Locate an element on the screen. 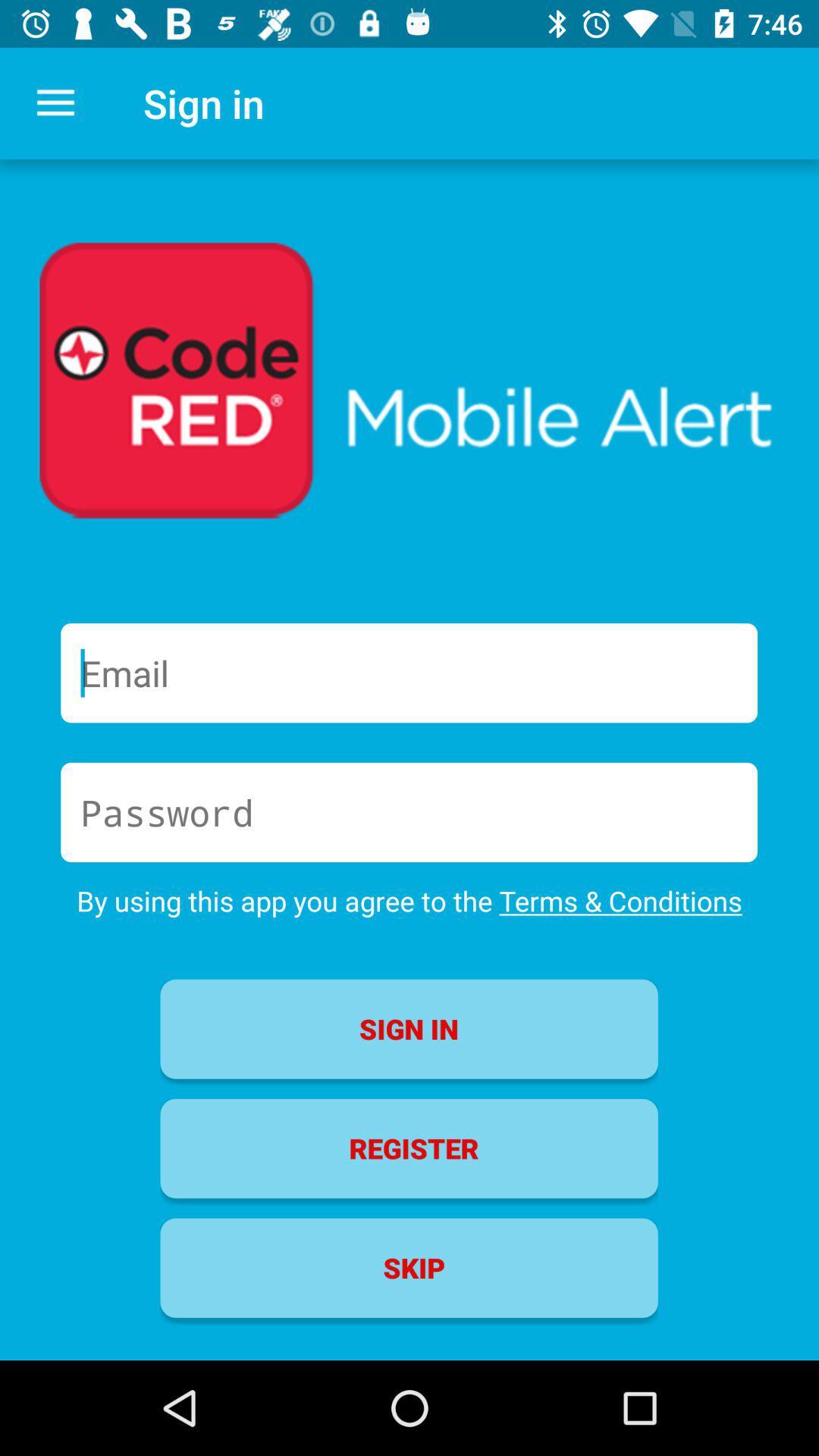  item above skip icon is located at coordinates (408, 1148).